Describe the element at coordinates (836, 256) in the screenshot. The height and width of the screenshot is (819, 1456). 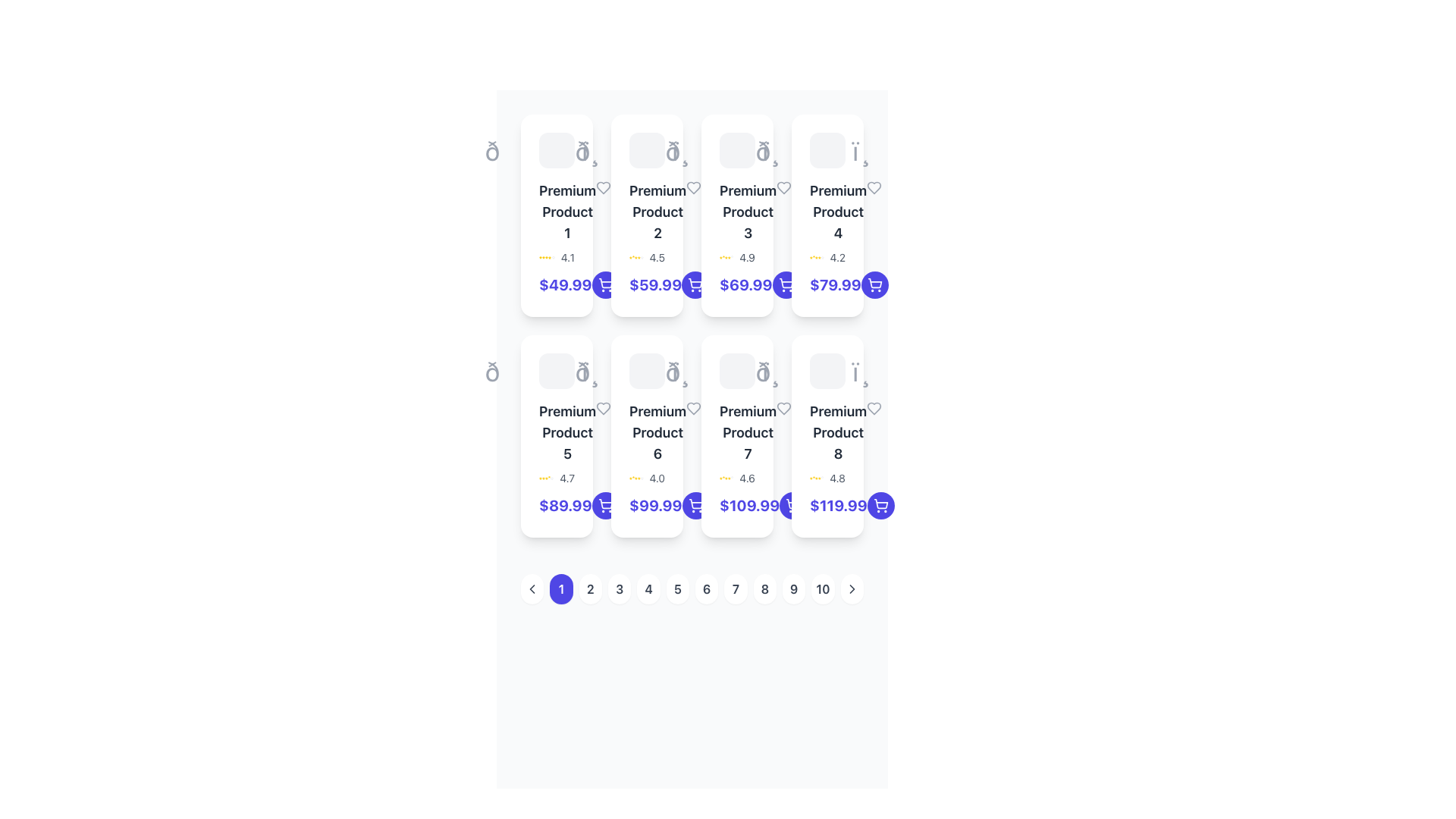
I see `the static text label displaying the rating value '4.2', which is located under the star icons in the product card UI component` at that location.